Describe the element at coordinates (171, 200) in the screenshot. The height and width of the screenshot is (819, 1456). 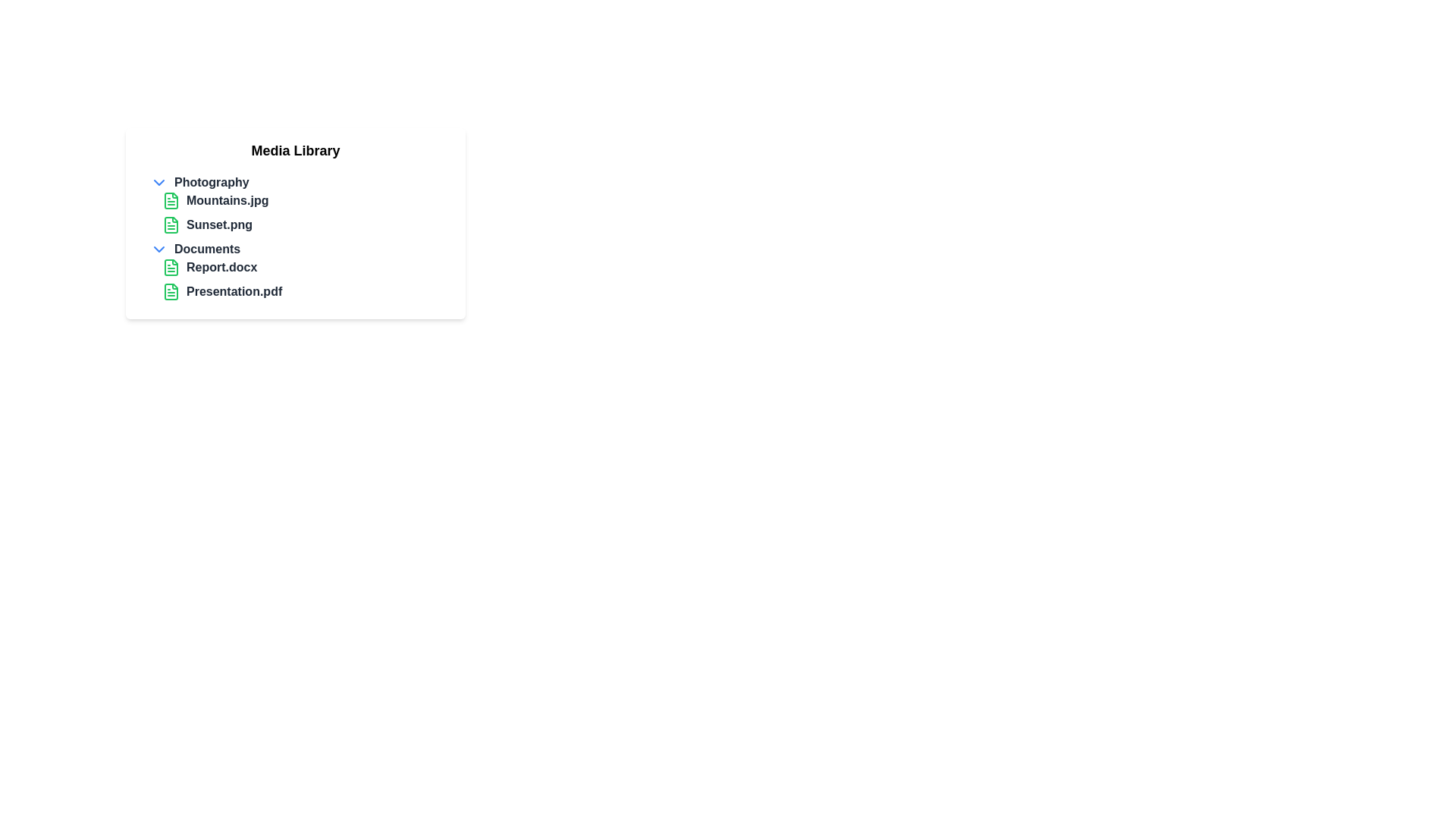
I see `the icon (SVG element) representing the file 'Mountains.jpg' in the 'Media Library' list, located to the left of the label 'Mountains.jpg'` at that location.